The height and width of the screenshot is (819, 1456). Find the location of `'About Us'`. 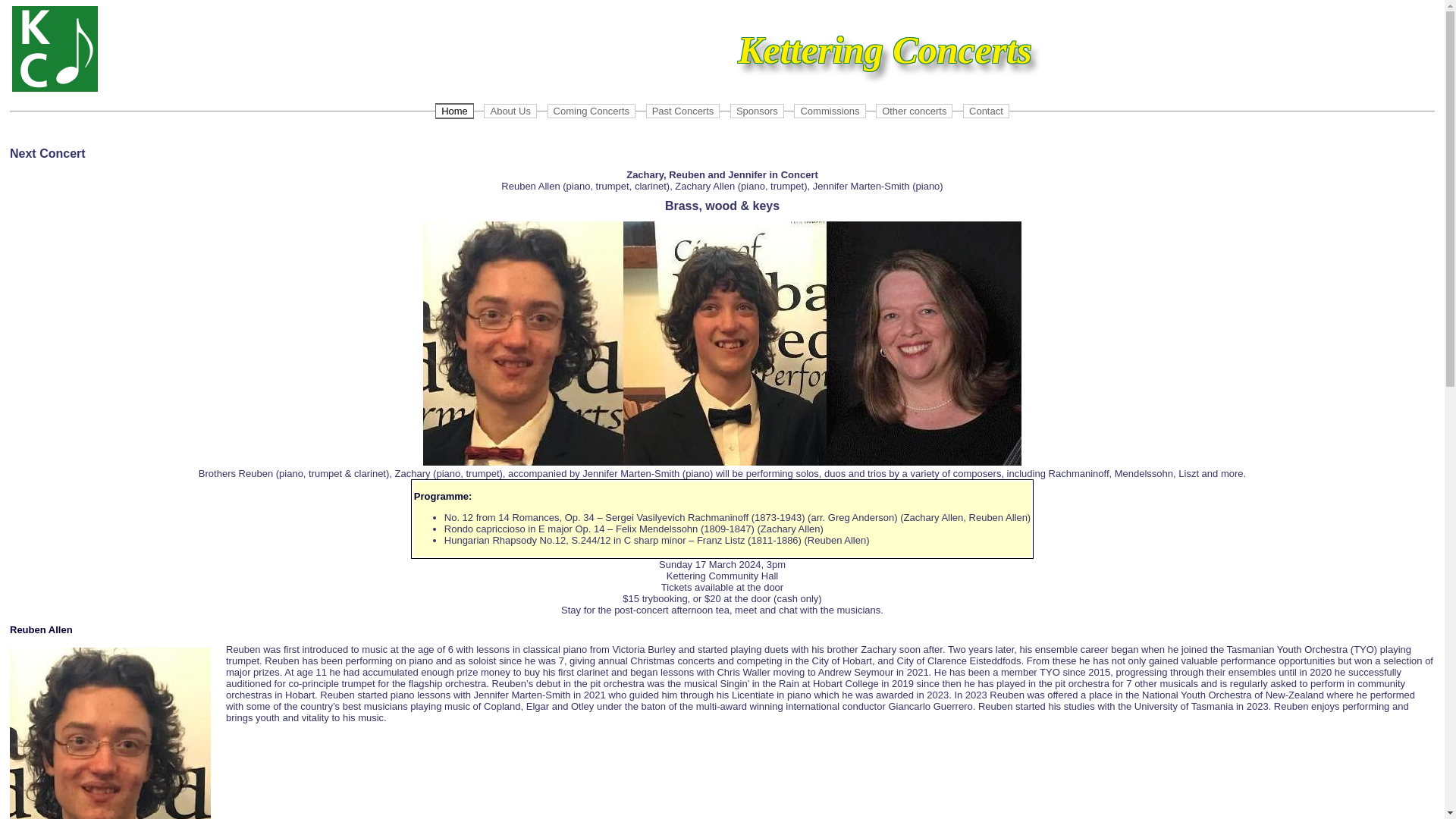

'About Us' is located at coordinates (510, 110).